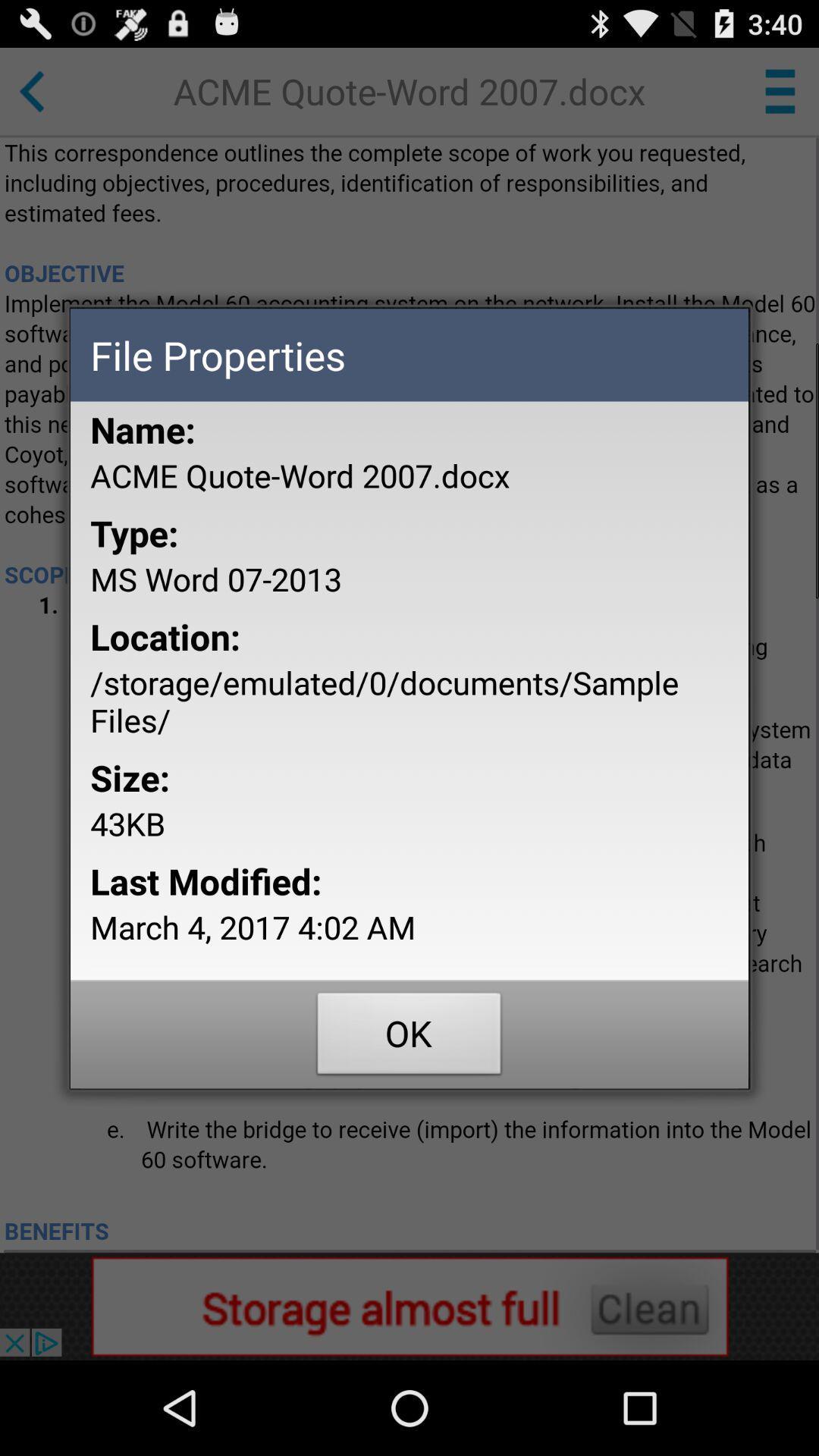 The image size is (819, 1456). Describe the element at coordinates (409, 1037) in the screenshot. I see `the ok` at that location.